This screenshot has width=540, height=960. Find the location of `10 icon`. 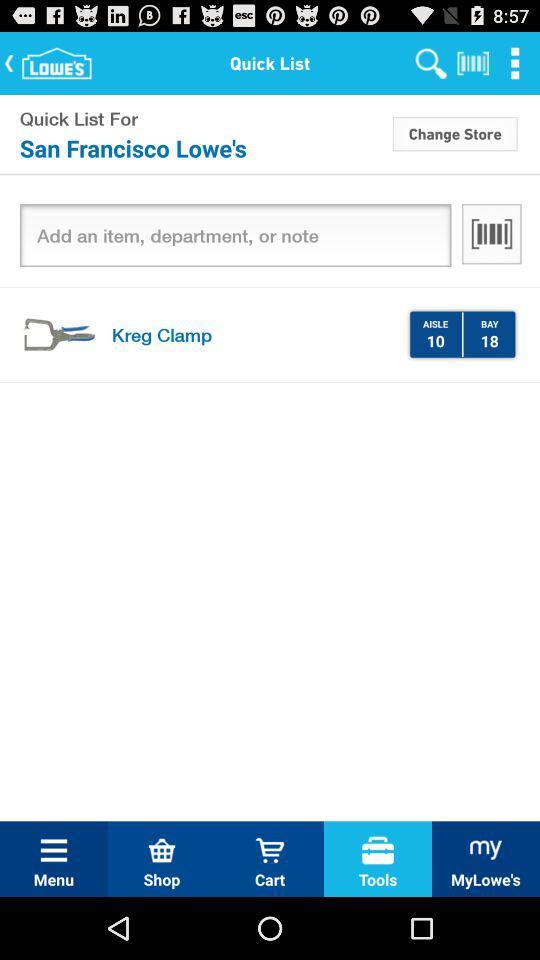

10 icon is located at coordinates (434, 340).